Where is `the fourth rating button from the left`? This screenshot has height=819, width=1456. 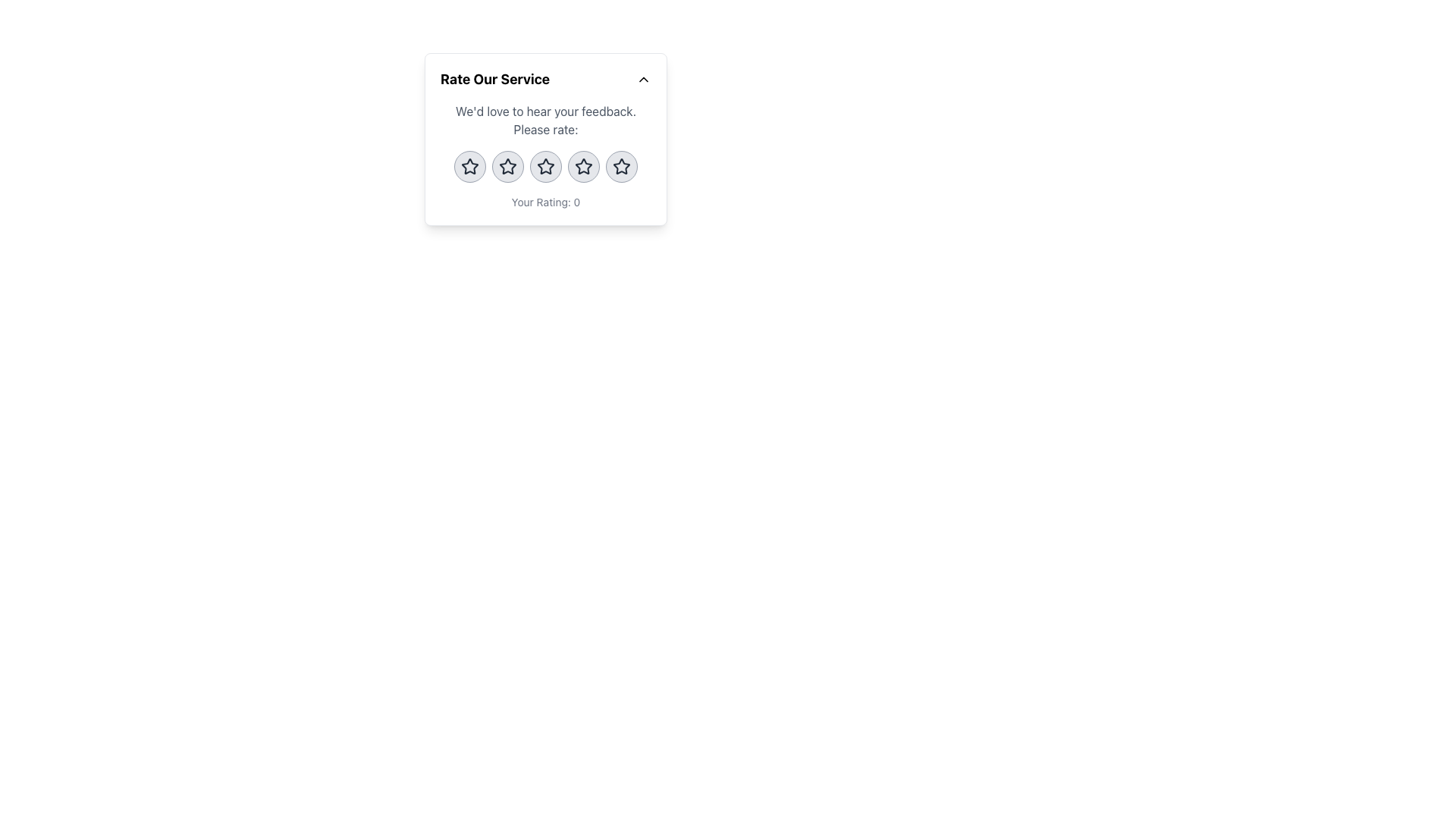
the fourth rating button from the left is located at coordinates (582, 166).